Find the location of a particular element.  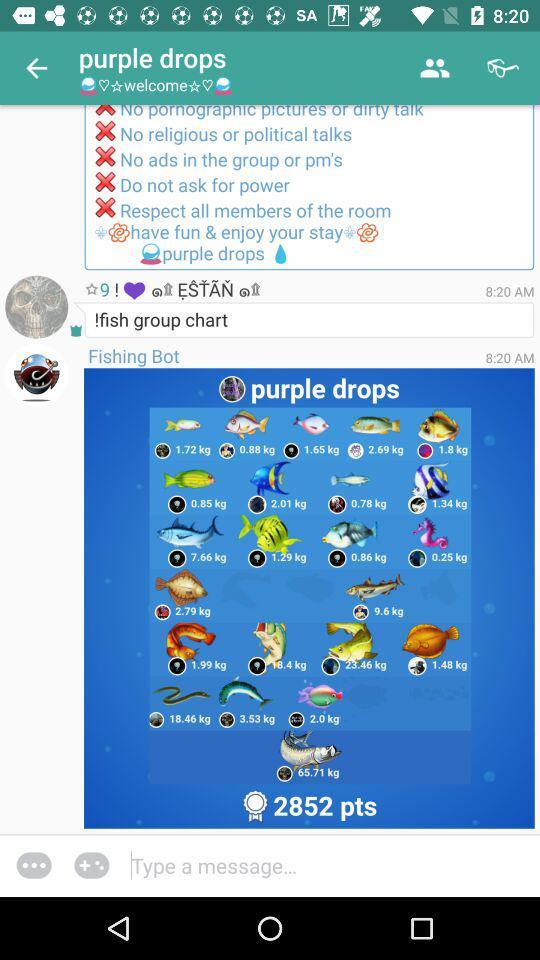

the item next to the purple drops is located at coordinates (36, 68).